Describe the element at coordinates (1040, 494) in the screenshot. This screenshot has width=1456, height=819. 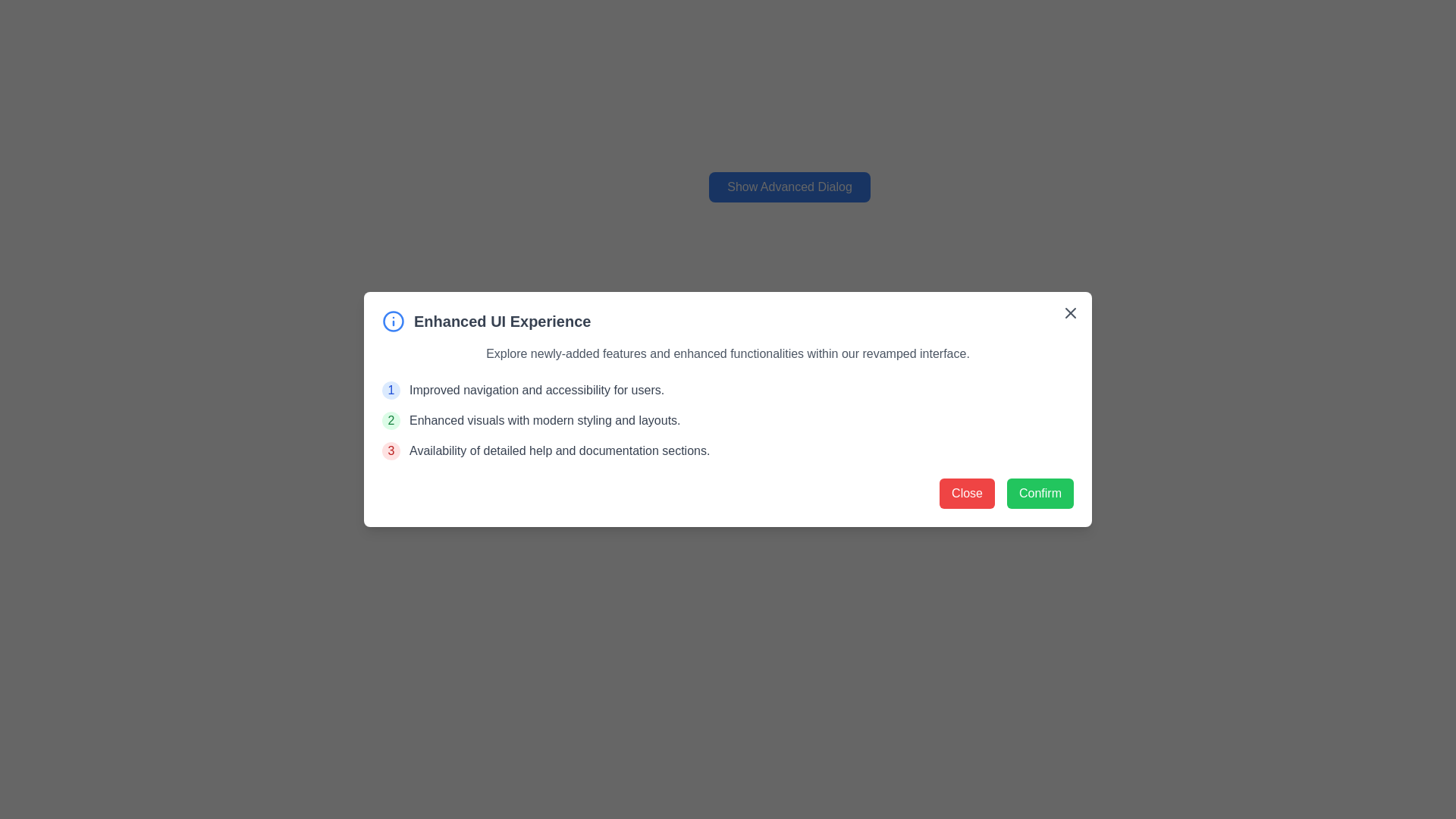
I see `the green 'Confirm' button with white text located in the bottom-right area of the dialog box to confirm the action` at that location.